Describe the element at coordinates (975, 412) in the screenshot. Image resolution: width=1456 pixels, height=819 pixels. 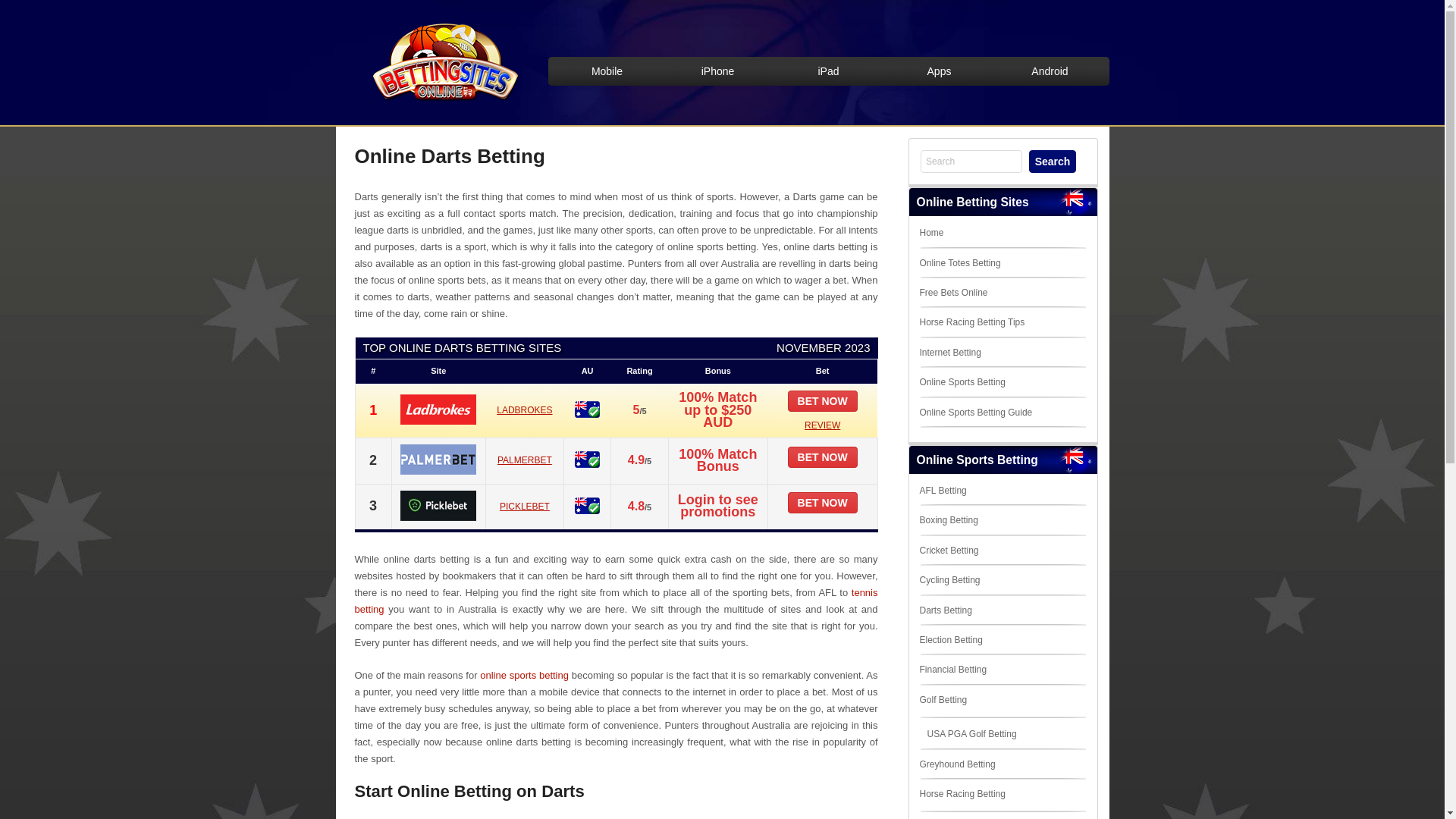
I see `'Online Sports Betting Guide'` at that location.